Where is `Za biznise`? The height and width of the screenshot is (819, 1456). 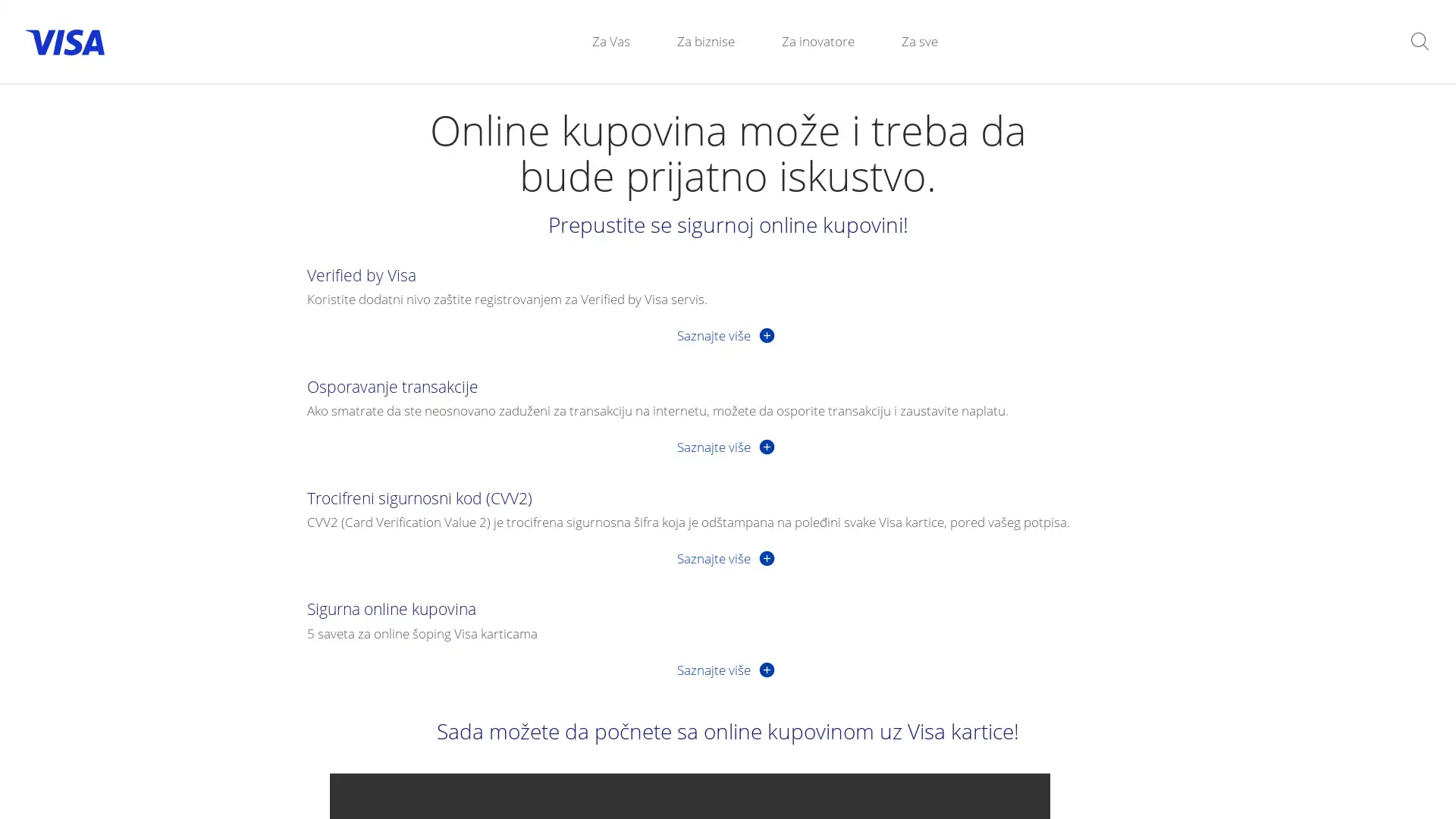
Za biznise is located at coordinates (705, 40).